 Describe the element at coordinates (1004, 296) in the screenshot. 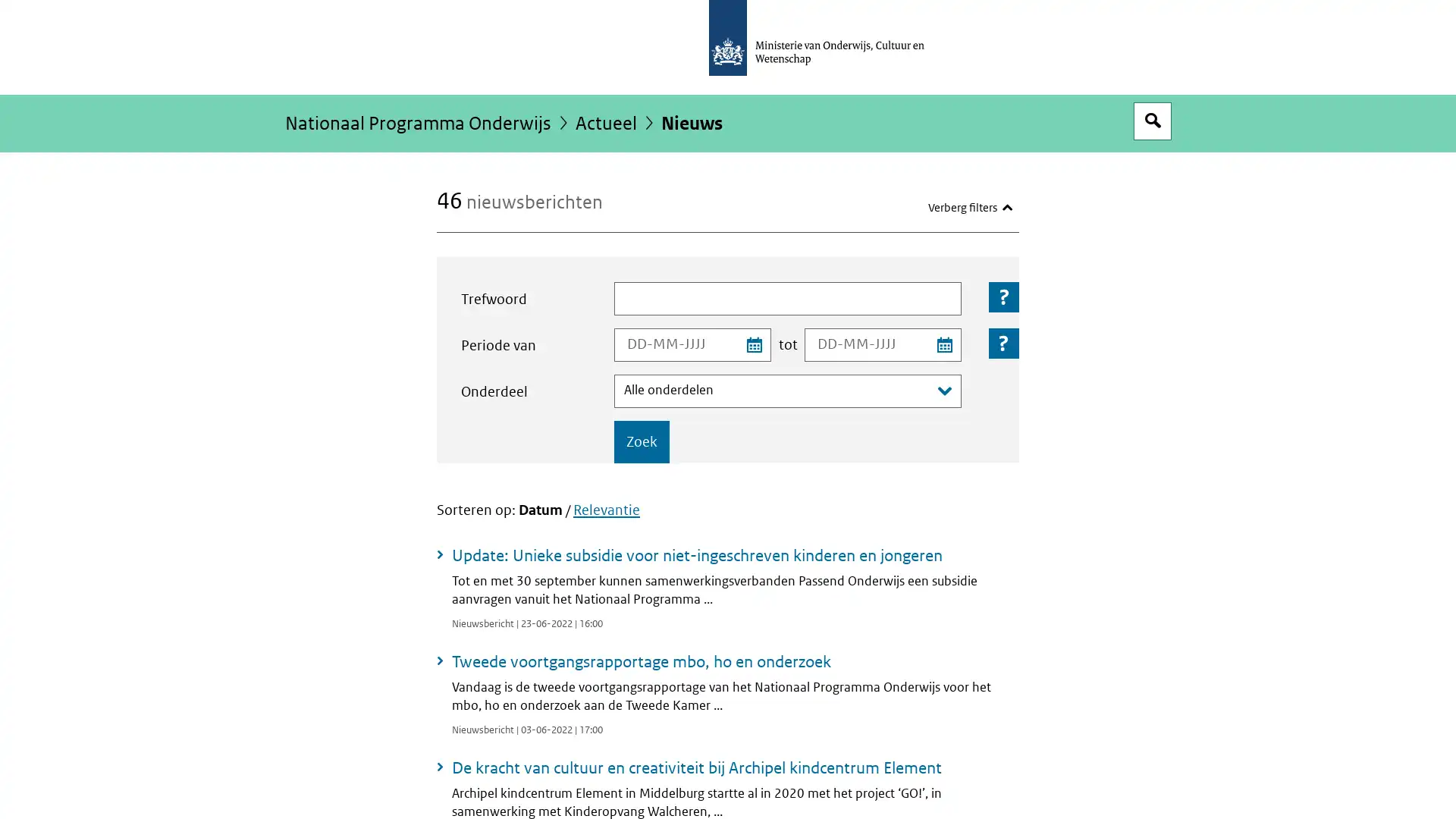

I see `Toelichting bij het veld: Trefwoord` at that location.